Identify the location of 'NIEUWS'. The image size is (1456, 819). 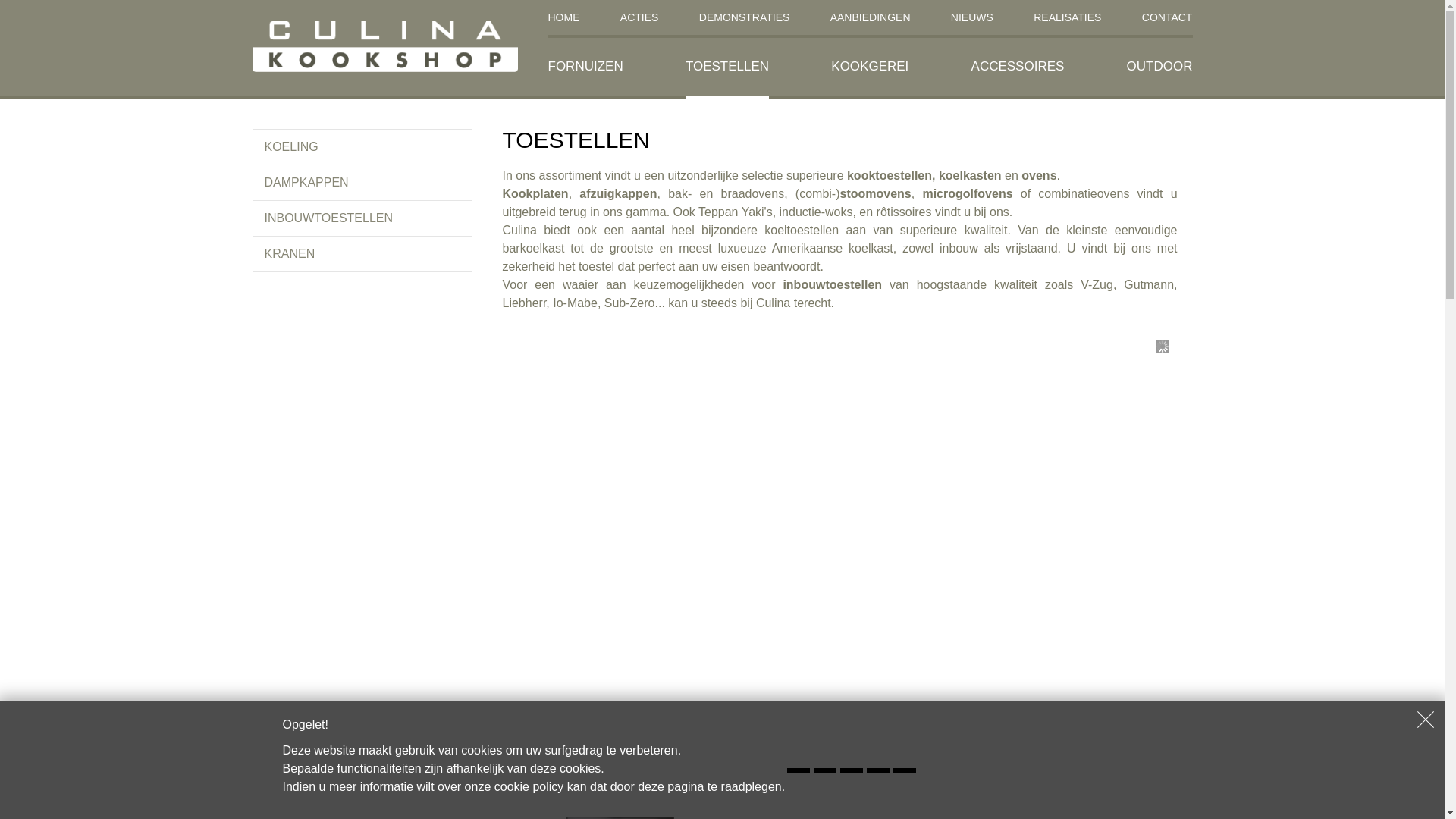
(971, 18).